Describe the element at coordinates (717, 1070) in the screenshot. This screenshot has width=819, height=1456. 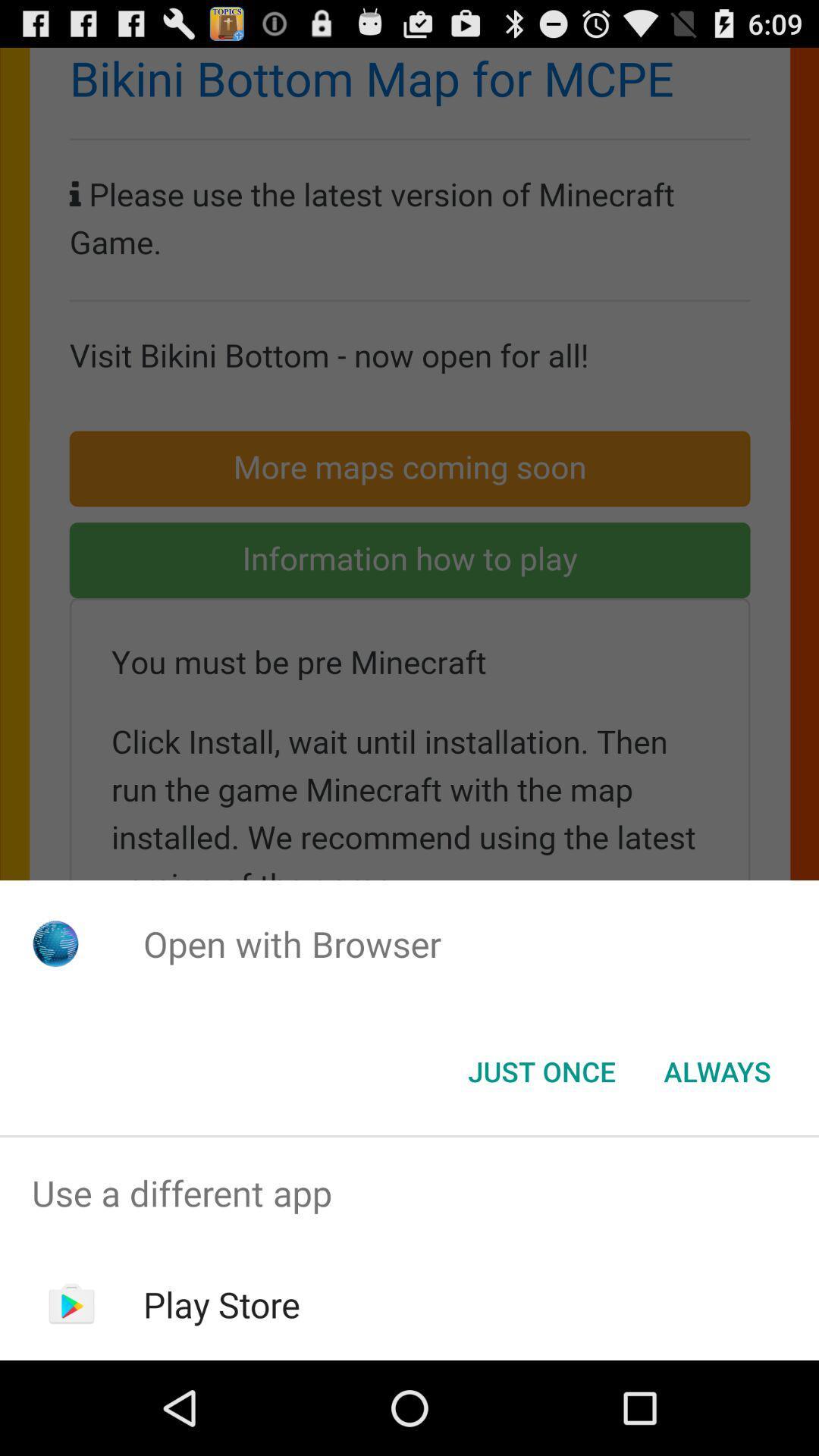
I see `always at the bottom right corner` at that location.